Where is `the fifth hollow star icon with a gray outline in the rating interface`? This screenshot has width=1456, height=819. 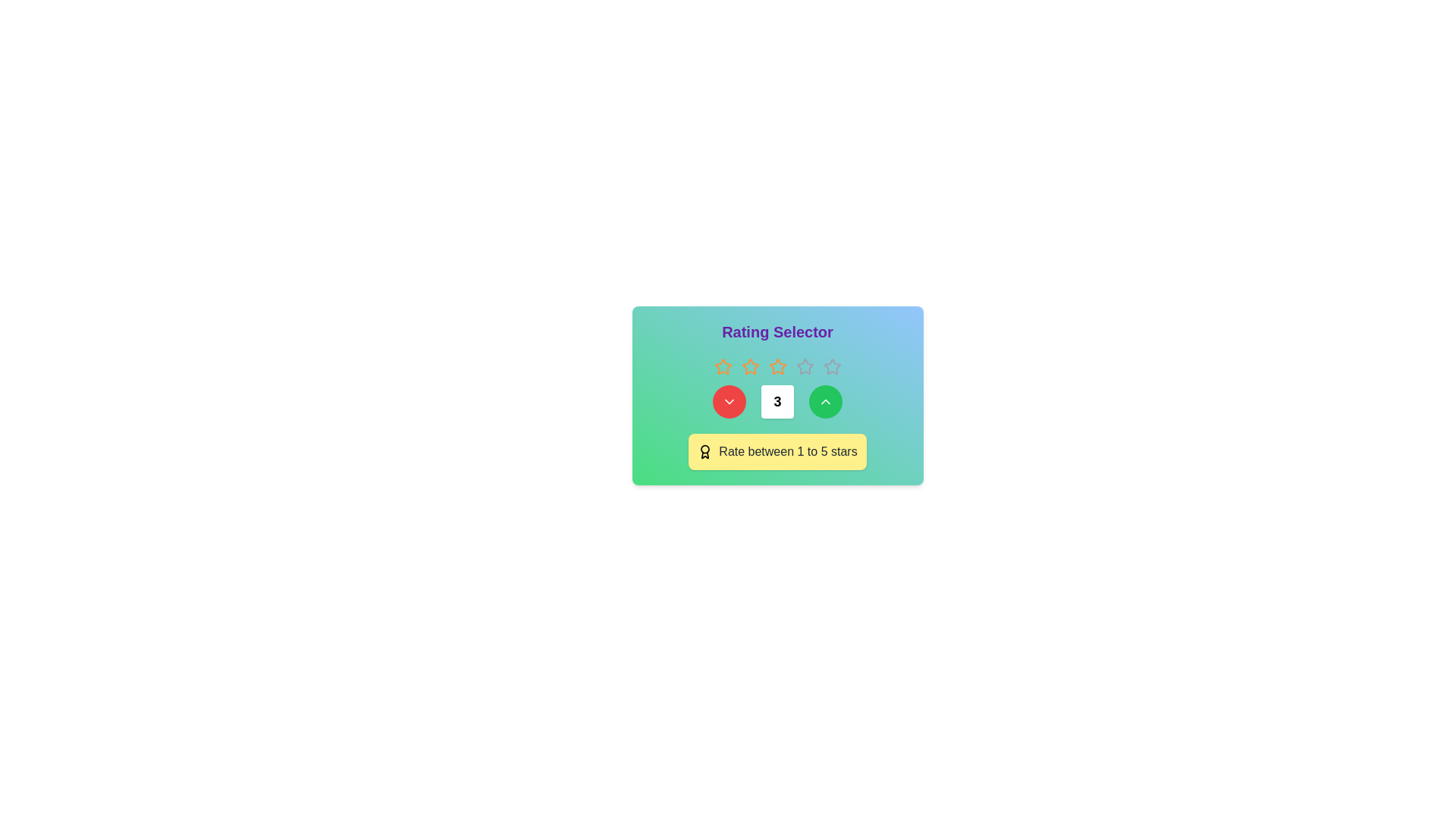
the fifth hollow star icon with a gray outline in the rating interface is located at coordinates (831, 366).